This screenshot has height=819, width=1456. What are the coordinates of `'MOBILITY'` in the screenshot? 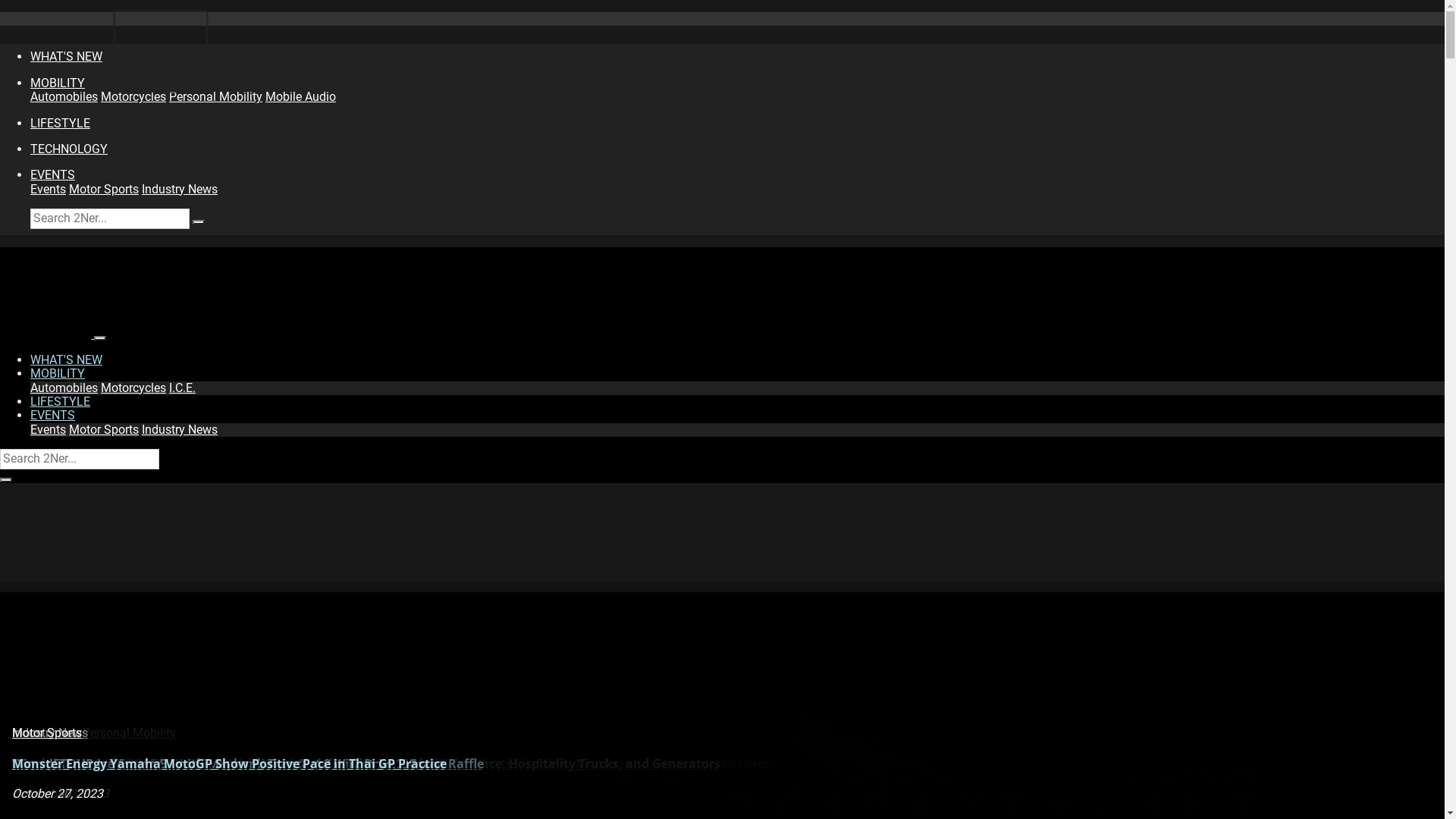 It's located at (58, 373).